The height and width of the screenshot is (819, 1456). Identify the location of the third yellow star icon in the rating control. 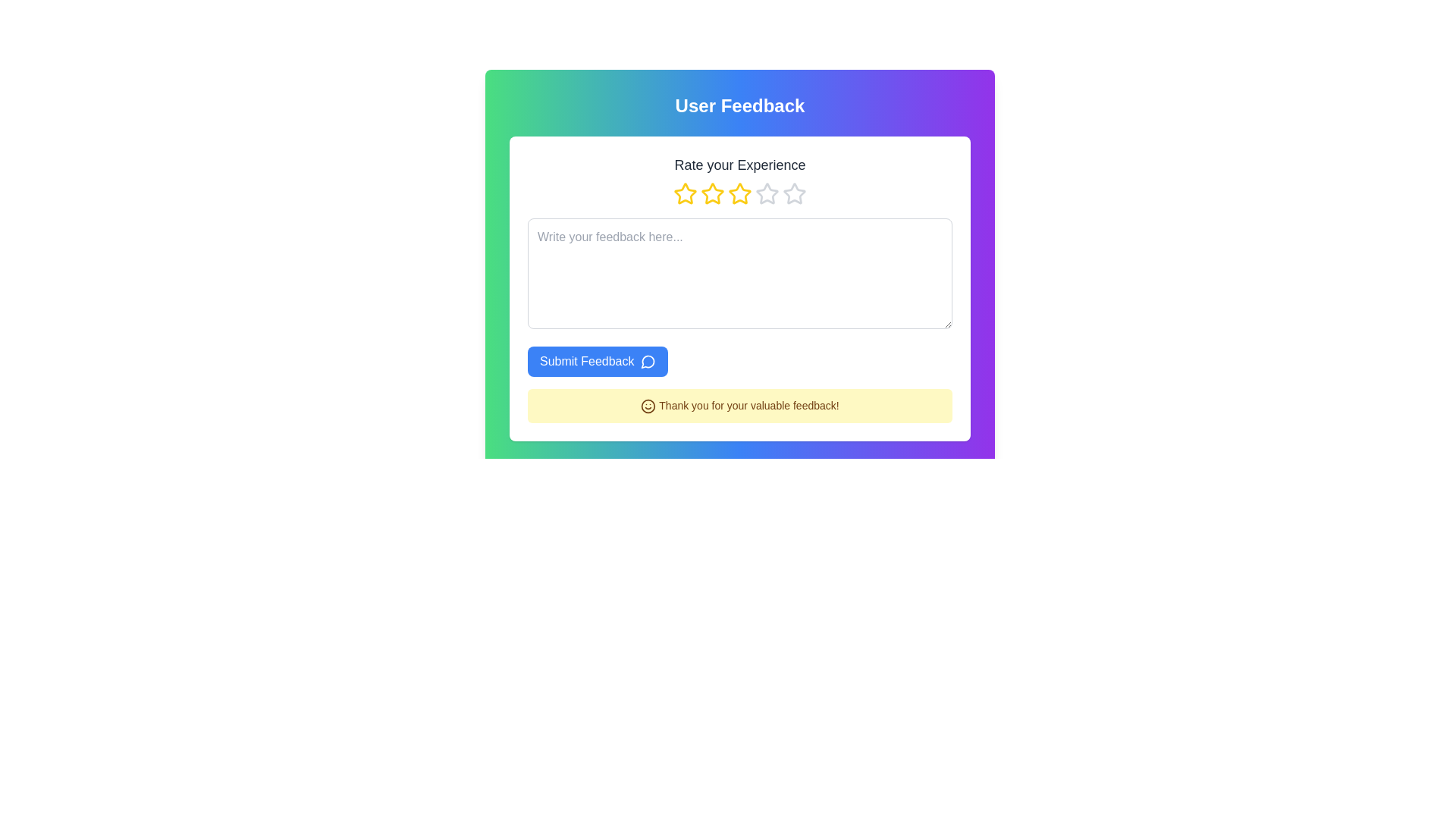
(712, 193).